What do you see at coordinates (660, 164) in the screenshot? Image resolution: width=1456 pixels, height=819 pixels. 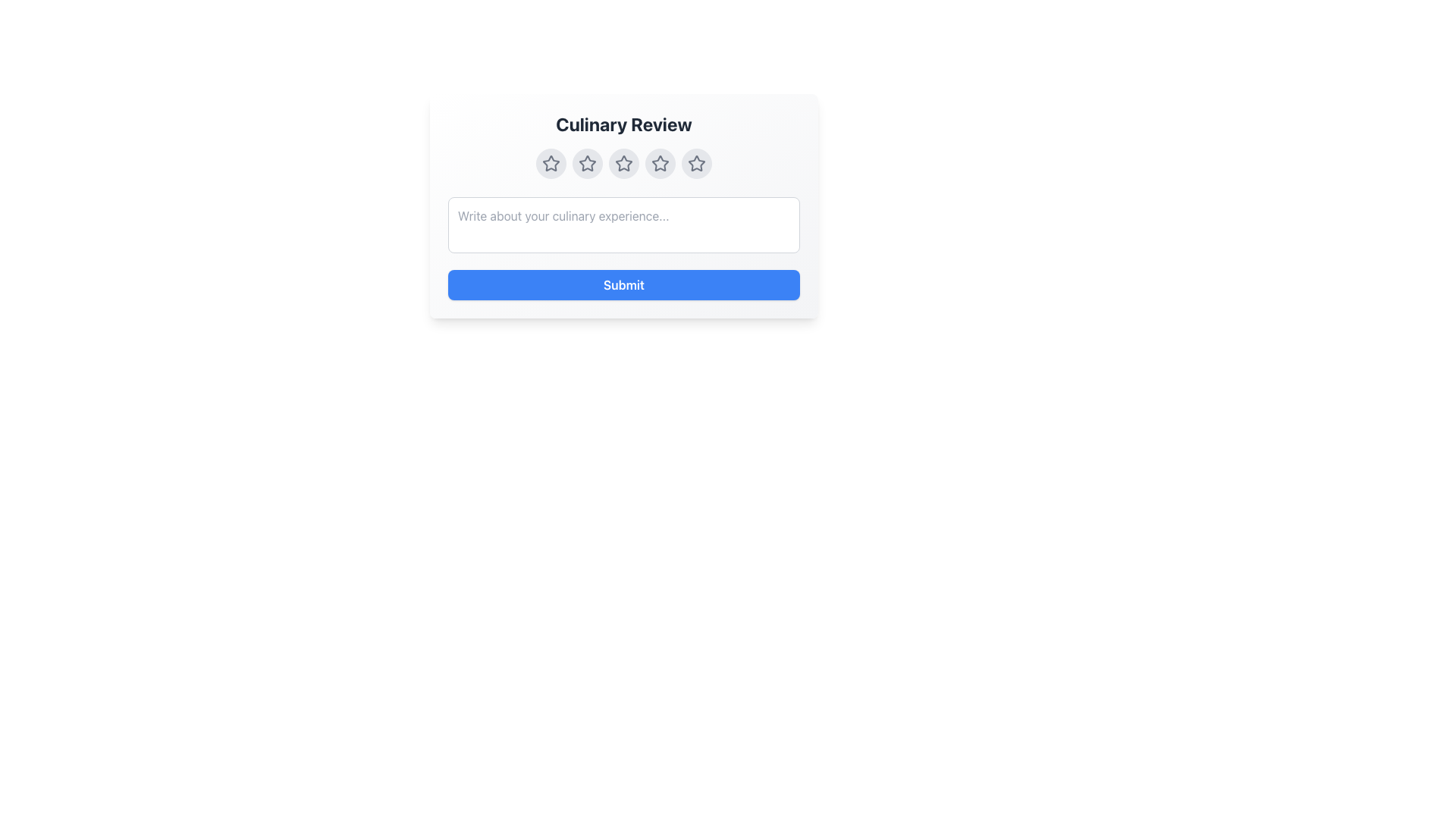 I see `the fourth star rating button in the group of five for keyboard interaction` at bounding box center [660, 164].